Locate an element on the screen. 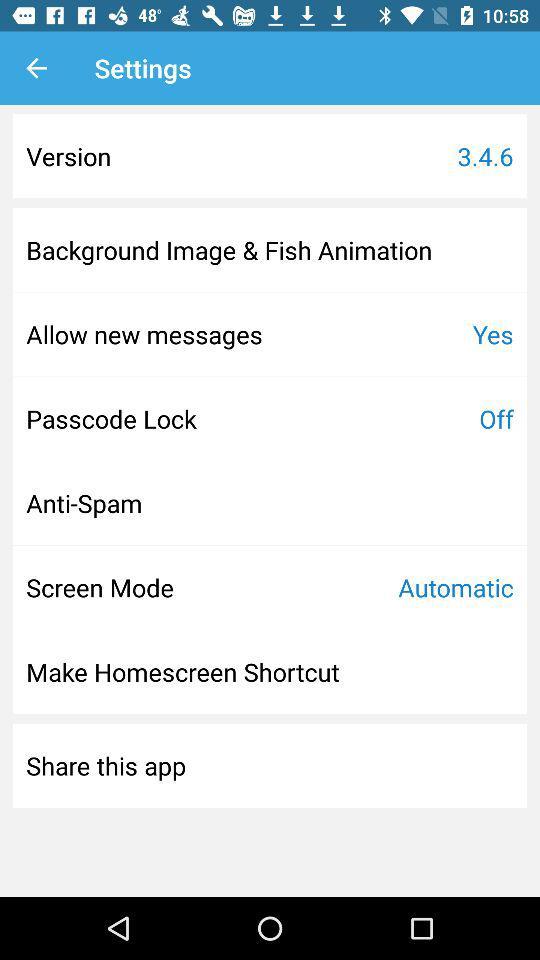 The width and height of the screenshot is (540, 960). the yes is located at coordinates (492, 334).